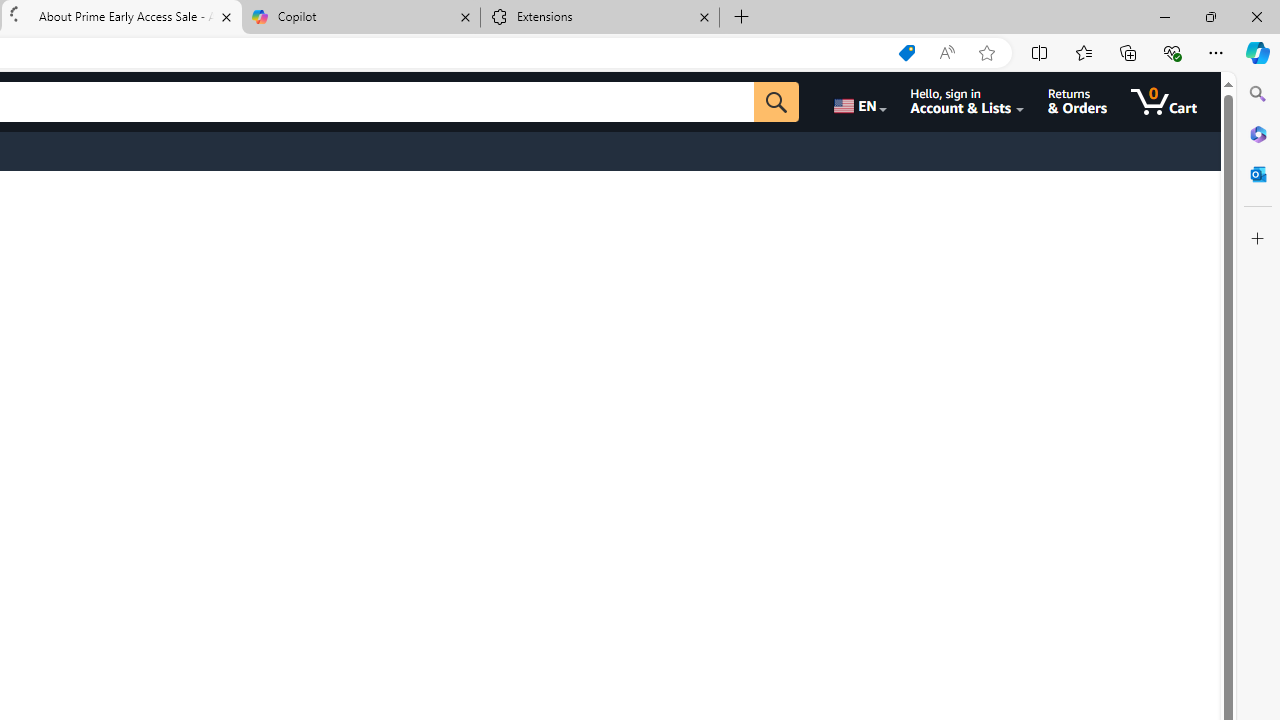 The width and height of the screenshot is (1280, 720). Describe the element at coordinates (874, 101) in the screenshot. I see `'Choose a language for shopping.'` at that location.